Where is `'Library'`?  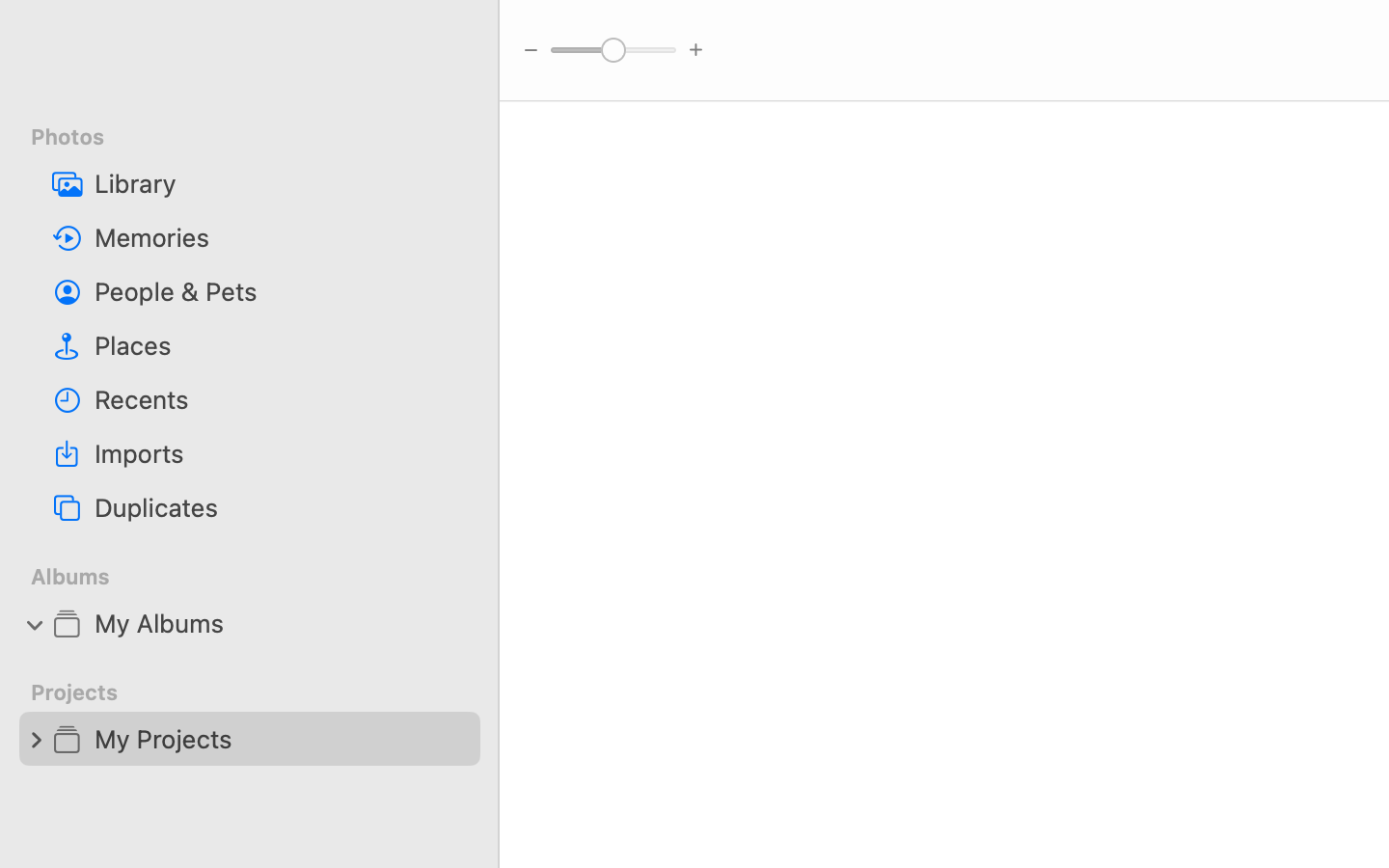 'Library' is located at coordinates (279, 182).